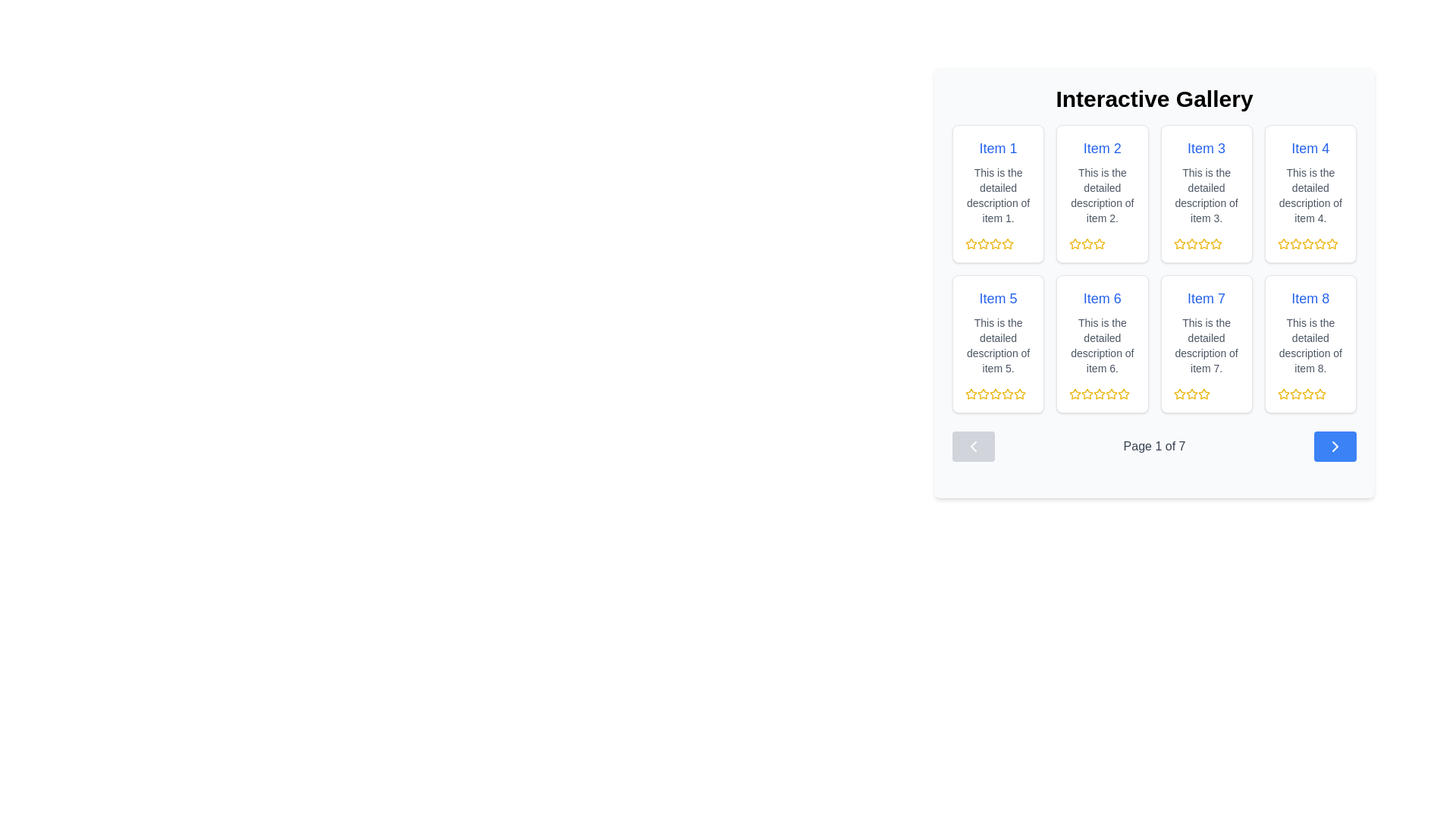 This screenshot has width=1456, height=819. Describe the element at coordinates (1102, 193) in the screenshot. I see `the rectangular card with a white background, rounded corners, featuring the blue title 'Item 2' and a description below it, located in the first row and second column of the grid layout` at that location.